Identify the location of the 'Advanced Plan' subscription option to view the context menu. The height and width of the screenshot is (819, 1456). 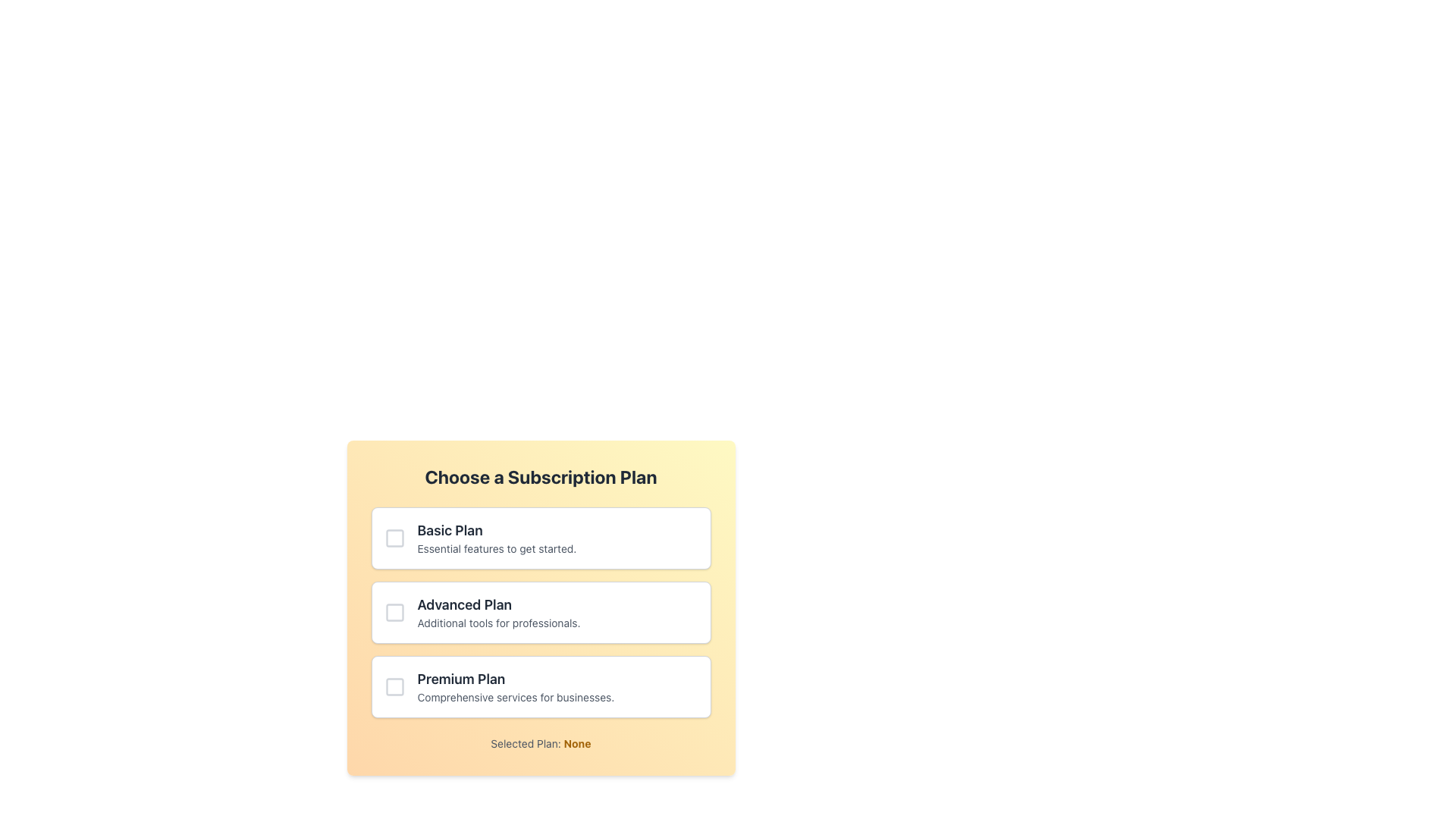
(541, 607).